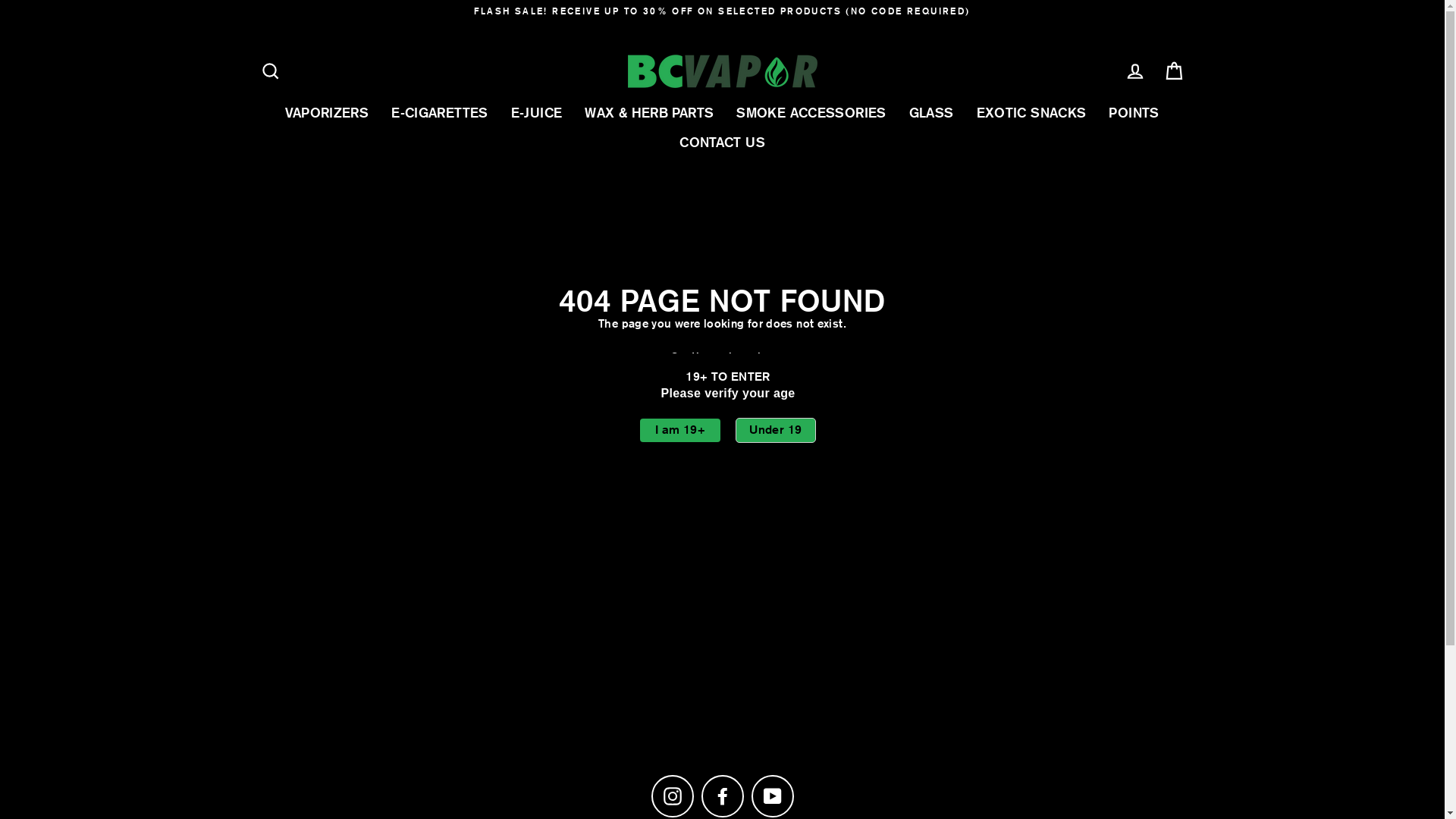 The image size is (1456, 819). I want to click on 'E-JUICE', so click(537, 111).